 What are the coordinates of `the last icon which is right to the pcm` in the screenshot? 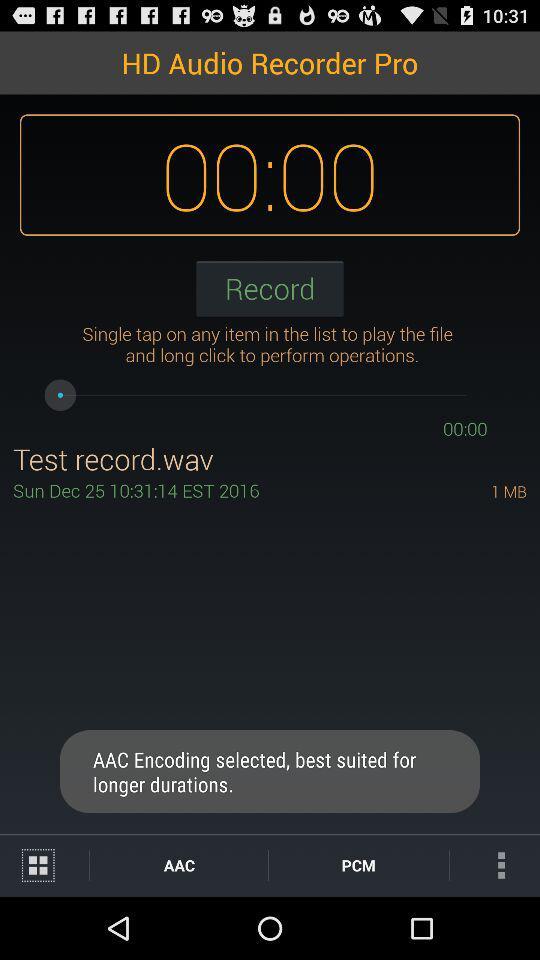 It's located at (494, 864).